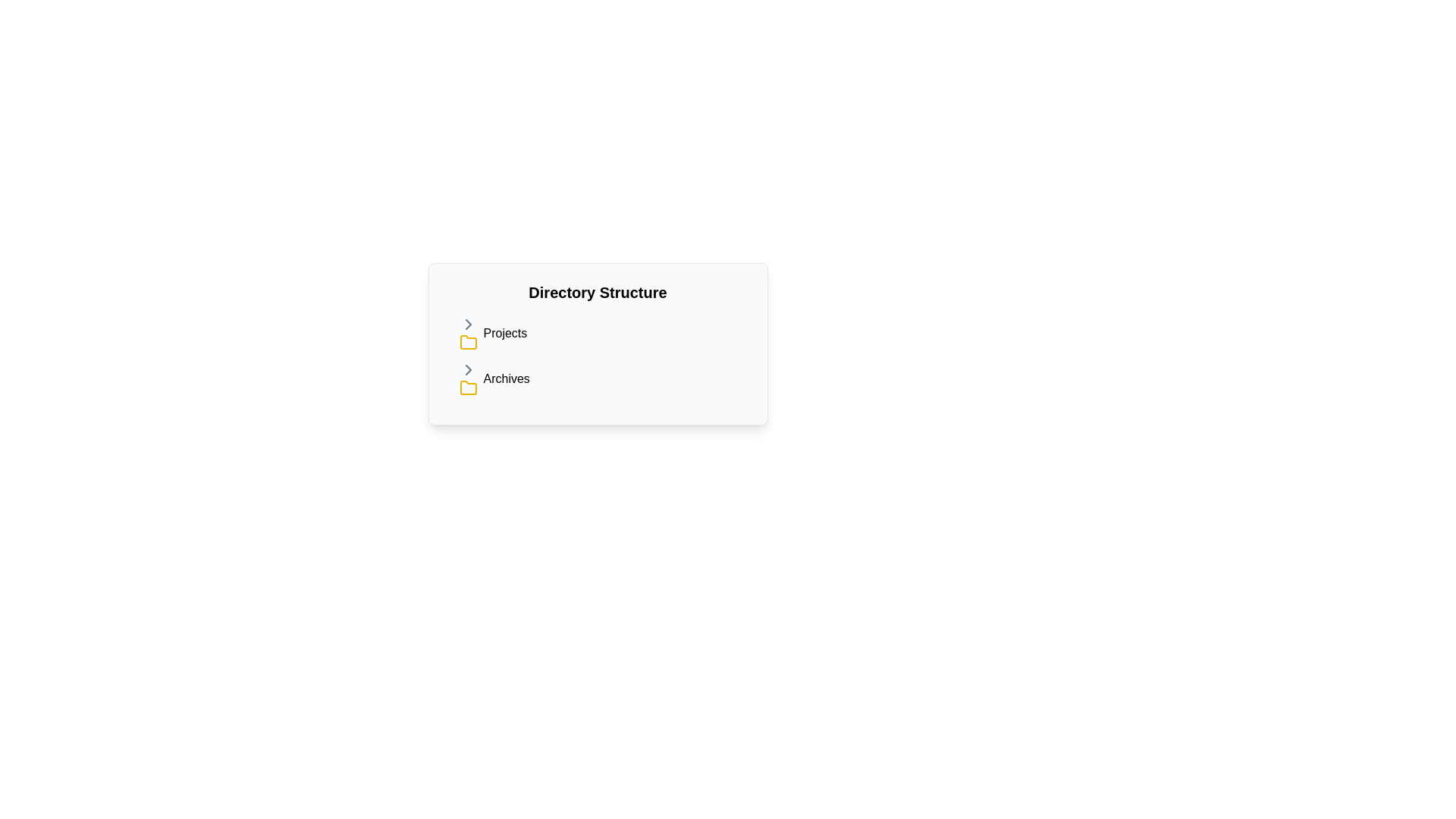 This screenshot has height=819, width=1456. What do you see at coordinates (467, 370) in the screenshot?
I see `the right chevron icon for the 'Archives' folder to trigger a visual change` at bounding box center [467, 370].